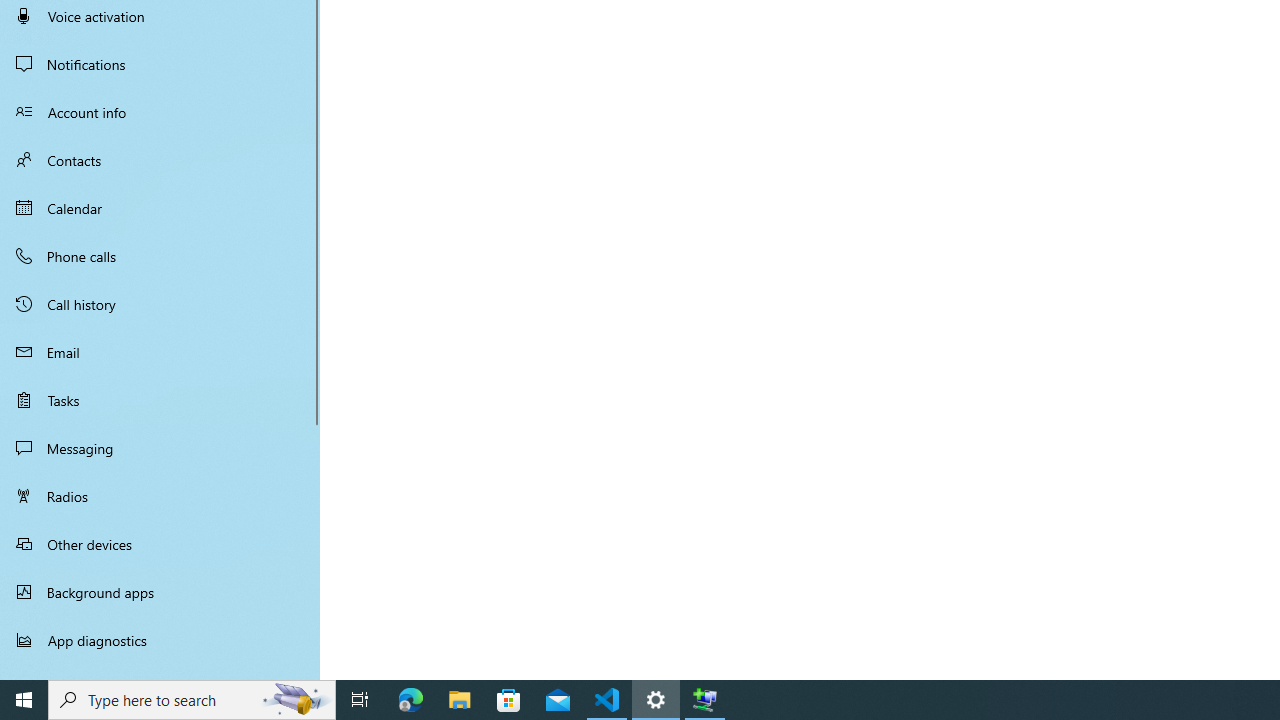  I want to click on 'App diagnostics', so click(160, 640).